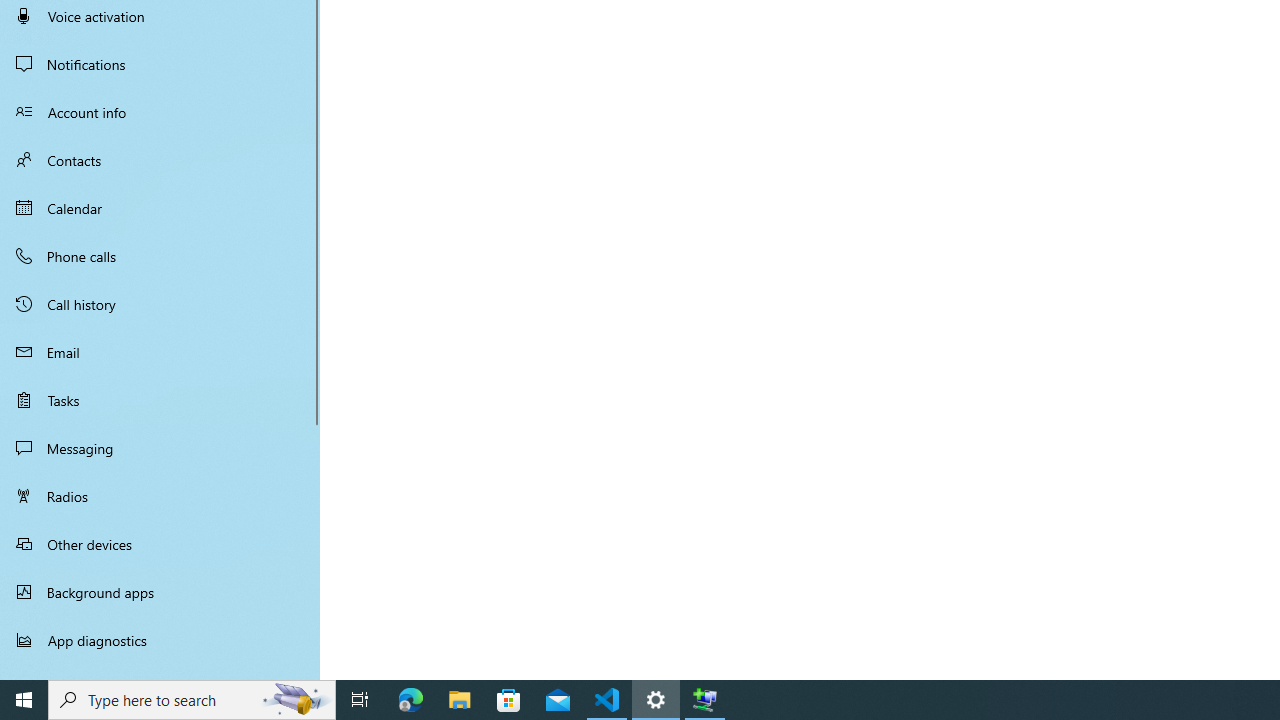  I want to click on 'App diagnostics', so click(160, 640).